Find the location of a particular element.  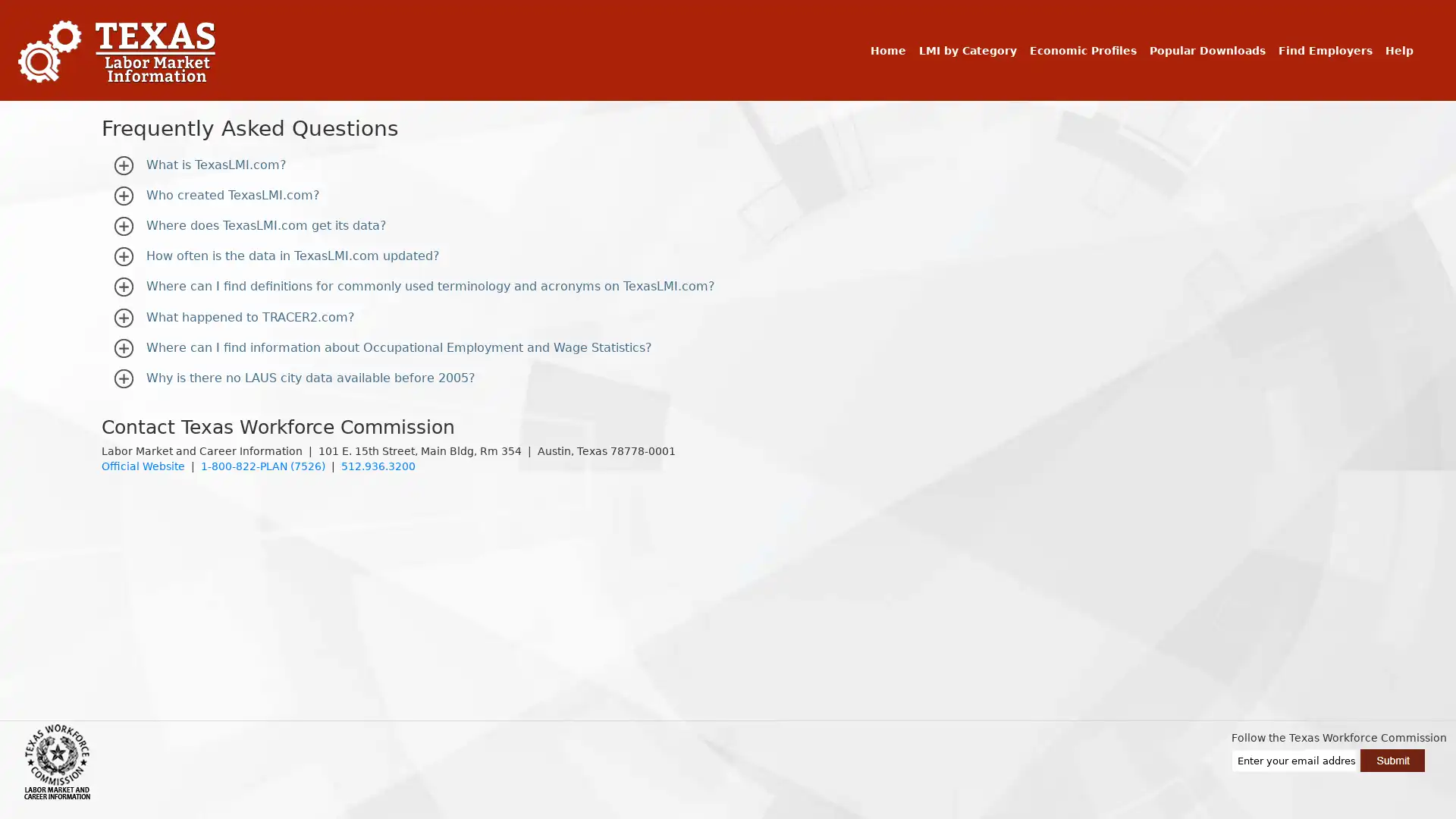

Where can I find information about Occupational Employment and Wage Statistics? is located at coordinates (726, 347).